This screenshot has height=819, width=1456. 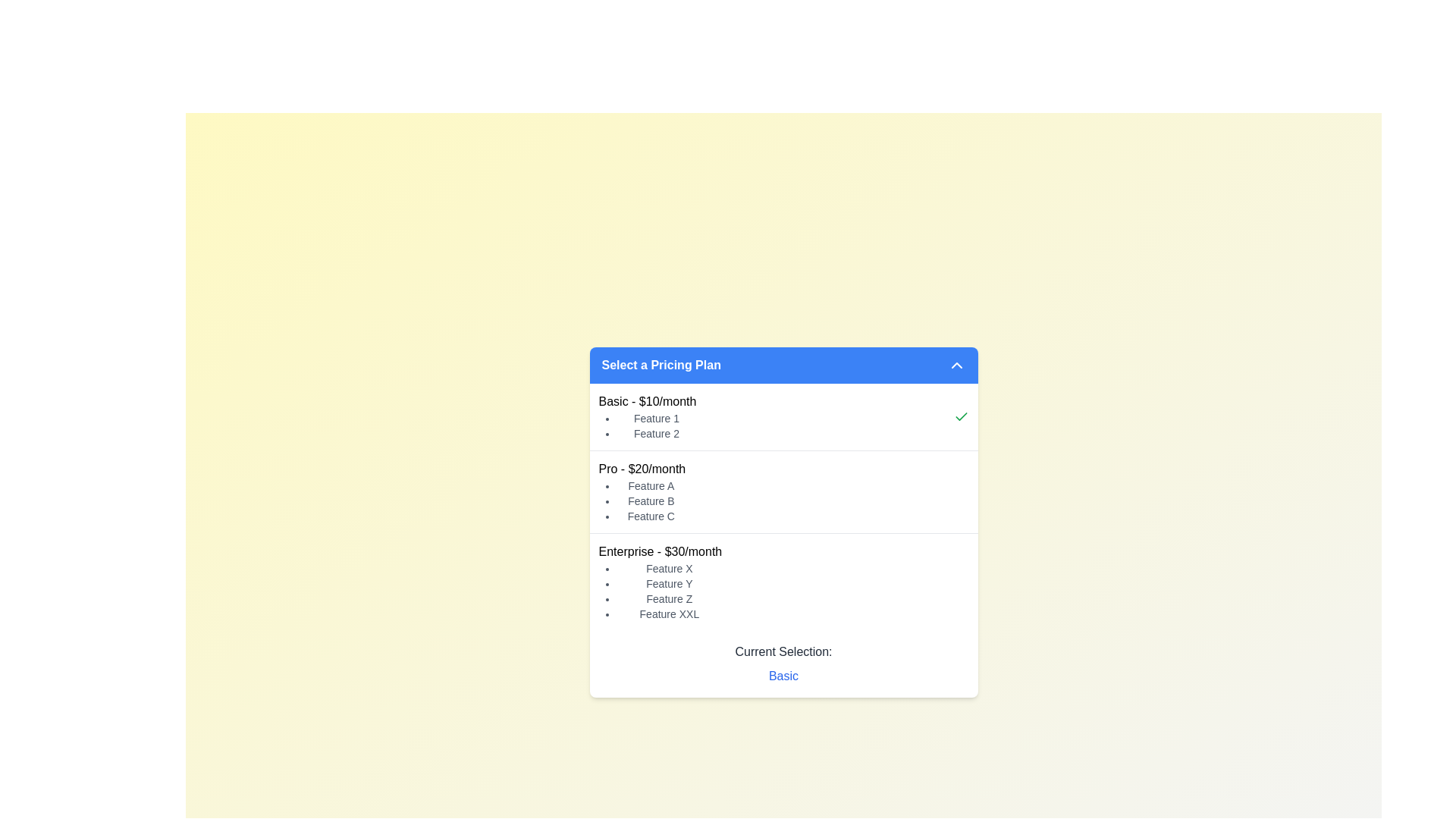 What do you see at coordinates (651, 516) in the screenshot?
I see `the third item in the bulleted list under the 'Pro - $20/month' pricing section, which indicates a feature included in this plan` at bounding box center [651, 516].